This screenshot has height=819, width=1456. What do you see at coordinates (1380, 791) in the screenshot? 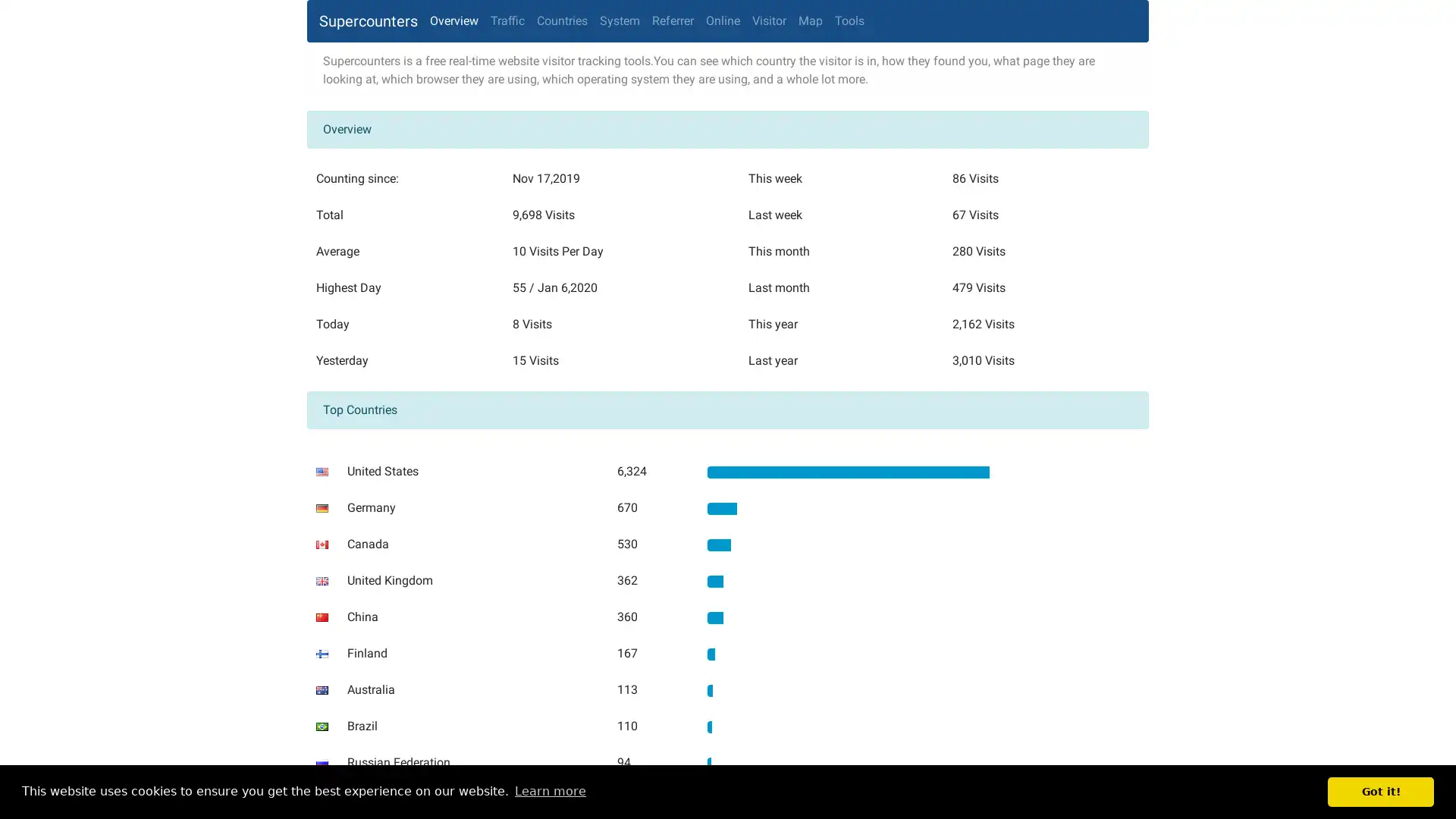
I see `dismiss cookie message` at bounding box center [1380, 791].